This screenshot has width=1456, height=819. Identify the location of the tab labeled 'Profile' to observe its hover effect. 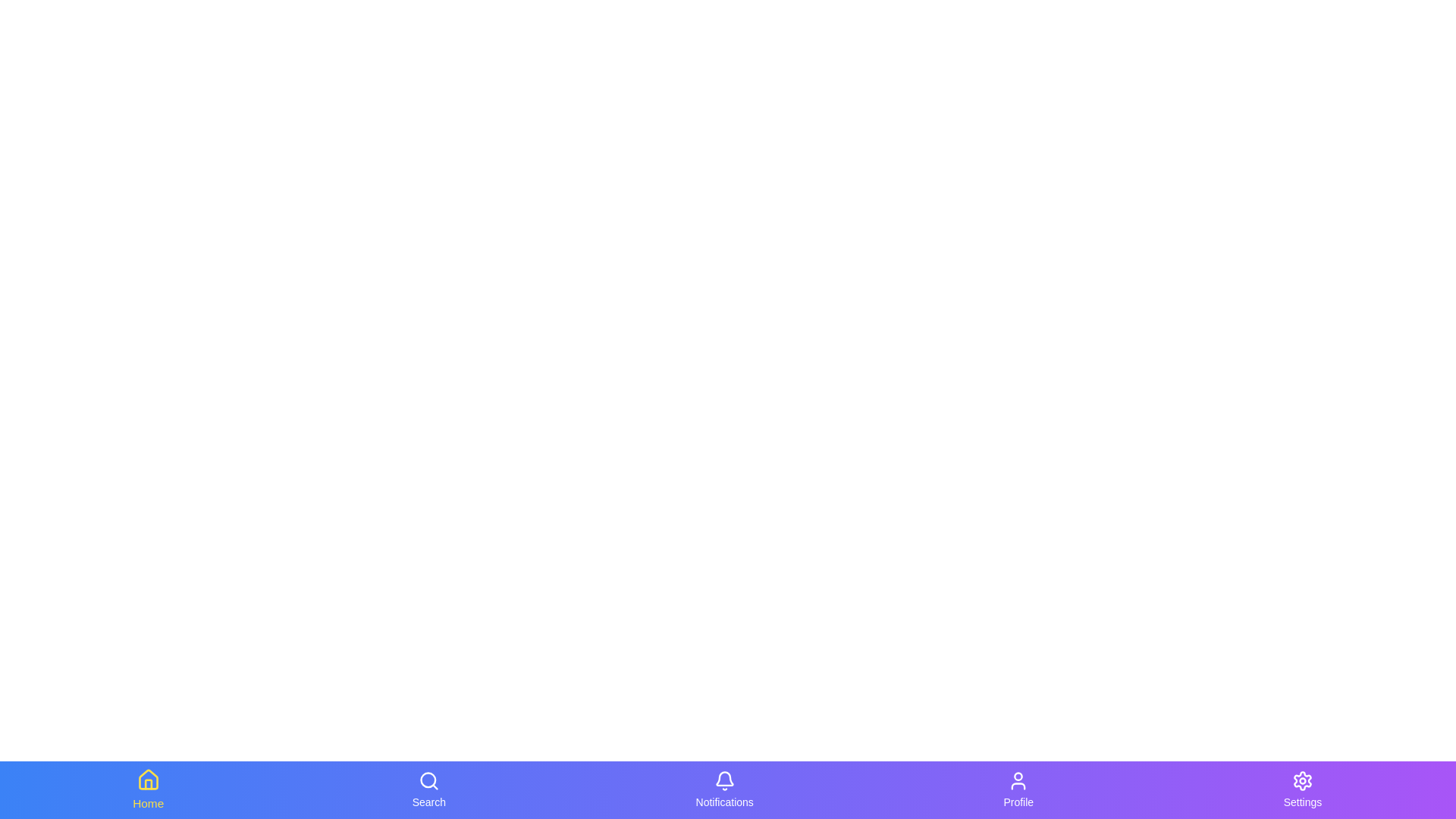
(1018, 789).